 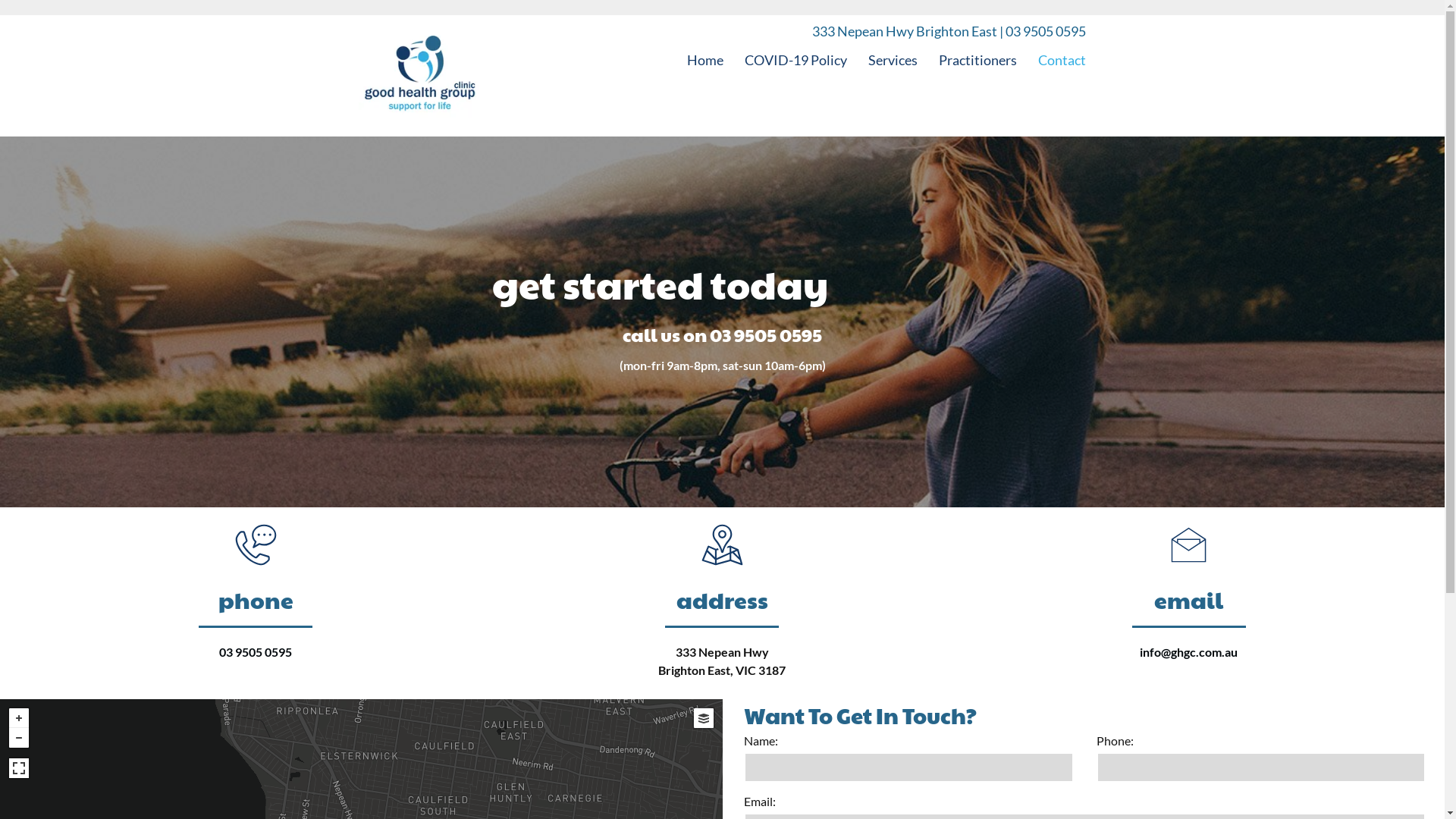 What do you see at coordinates (18, 717) in the screenshot?
I see `'+'` at bounding box center [18, 717].